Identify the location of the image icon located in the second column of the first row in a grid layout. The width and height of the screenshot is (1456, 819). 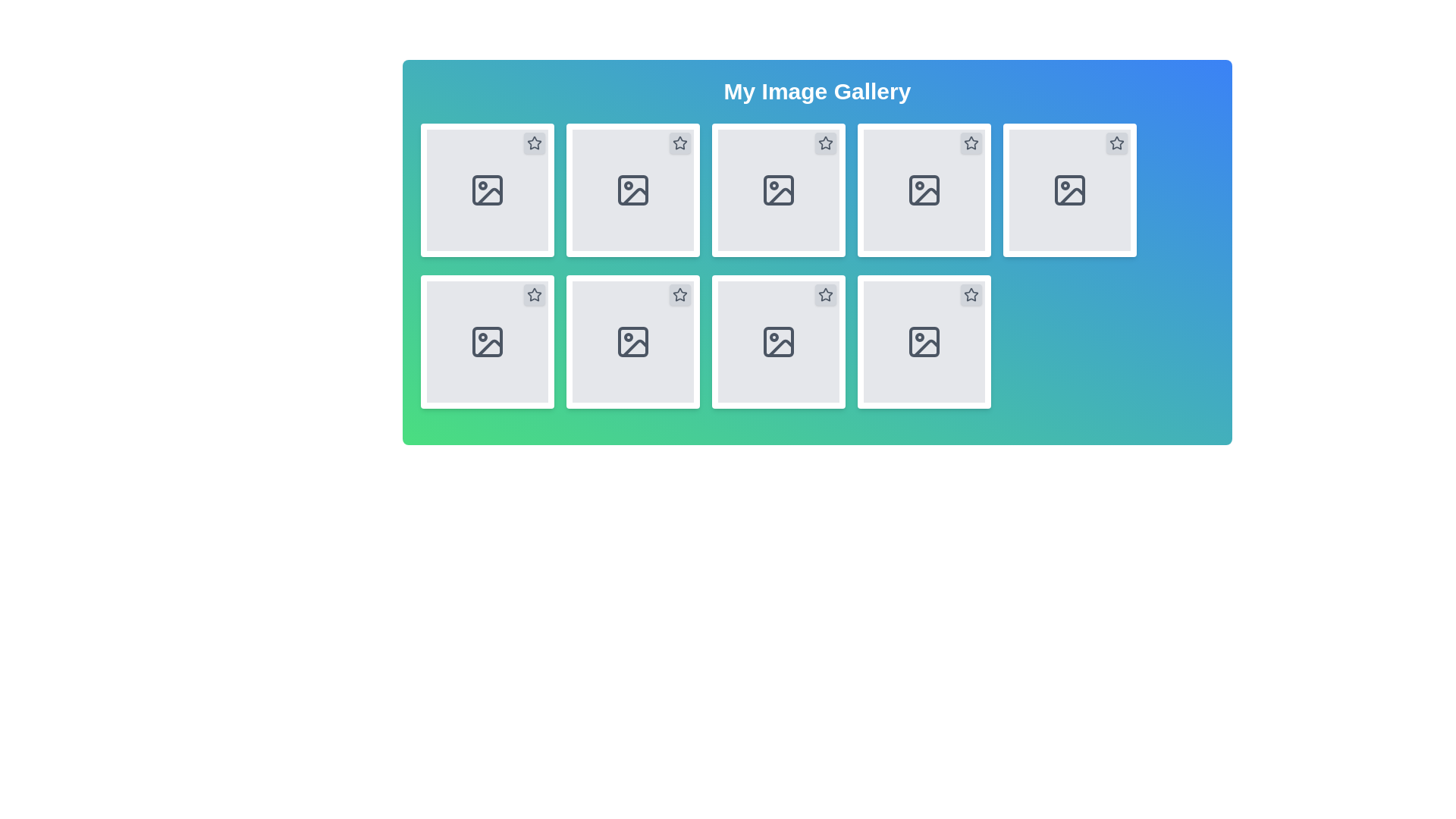
(633, 189).